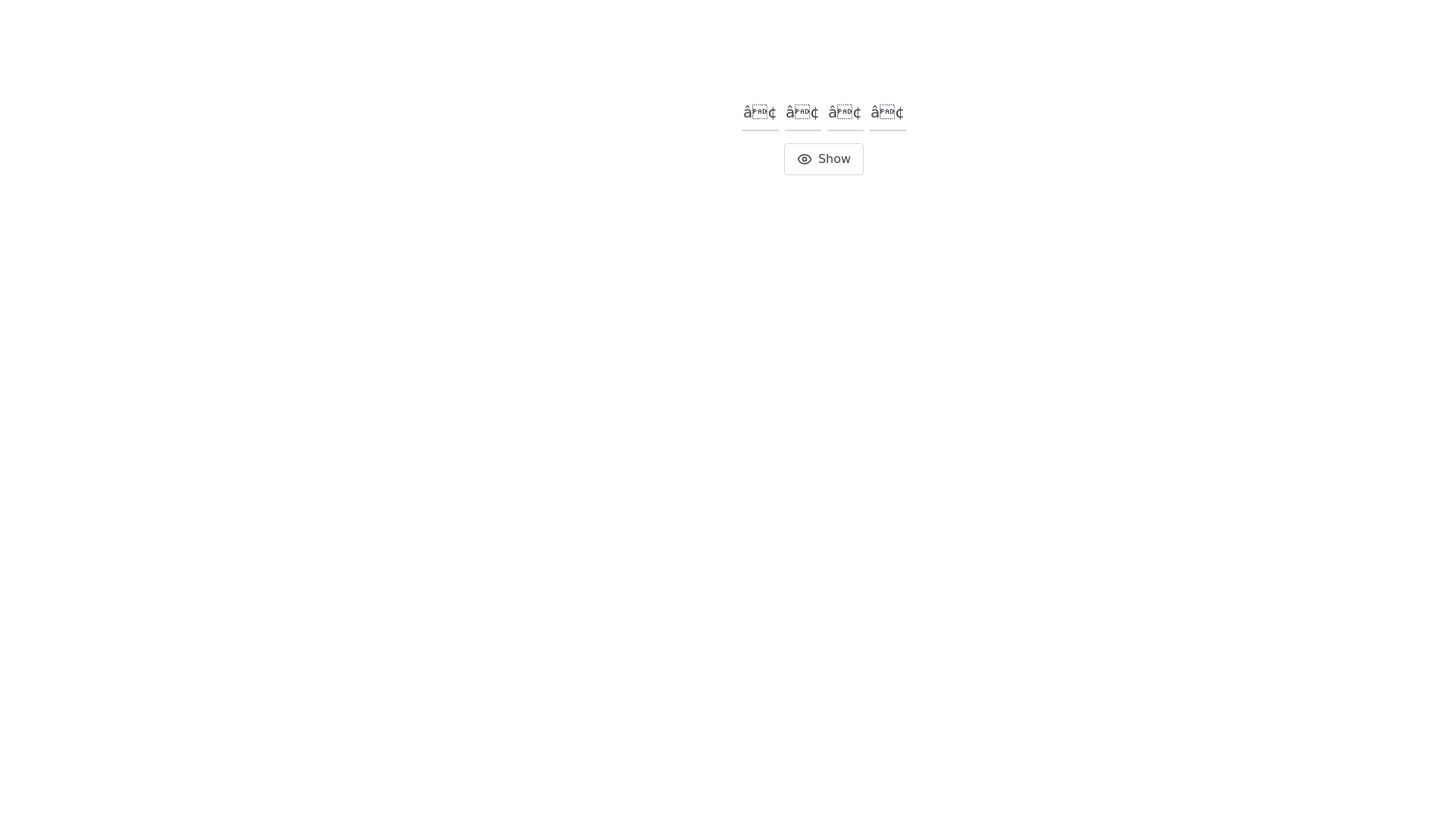 The height and width of the screenshot is (819, 1456). Describe the element at coordinates (760, 112) in the screenshot. I see `the first text input field, which is square-shaped with a gray border and blue highlighting when focused, to focus on this input box` at that location.